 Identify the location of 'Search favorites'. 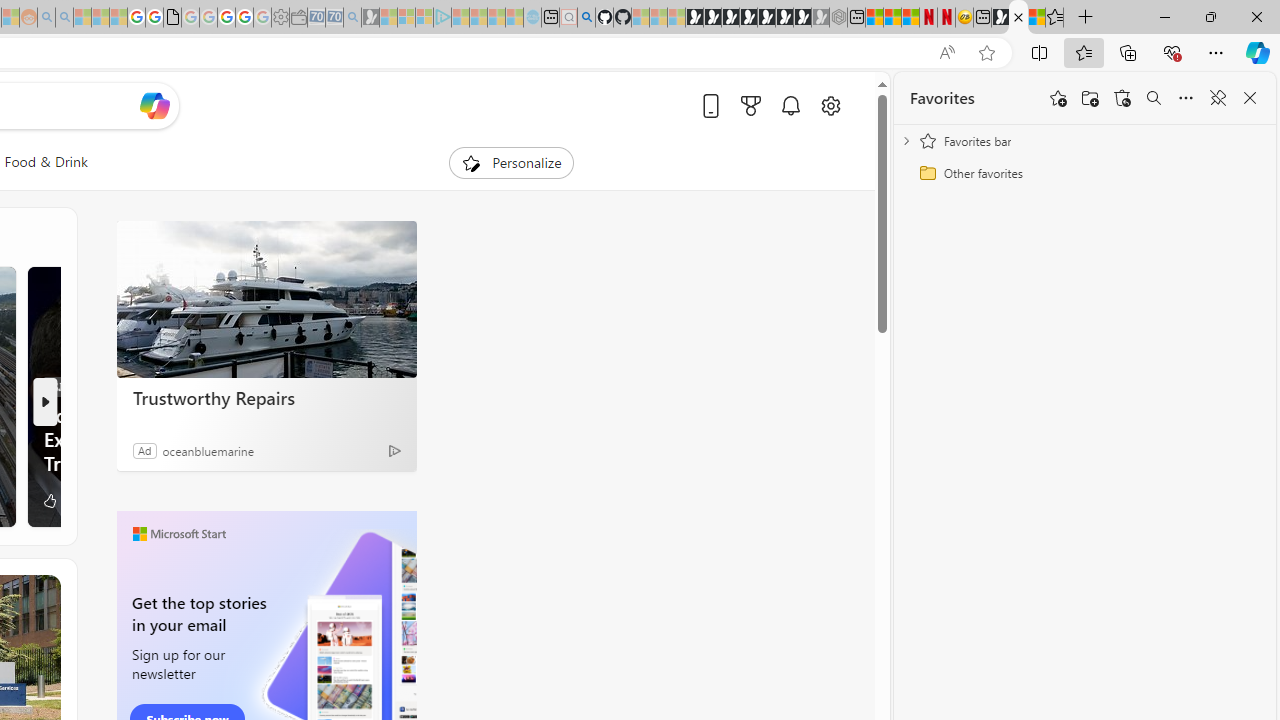
(1153, 98).